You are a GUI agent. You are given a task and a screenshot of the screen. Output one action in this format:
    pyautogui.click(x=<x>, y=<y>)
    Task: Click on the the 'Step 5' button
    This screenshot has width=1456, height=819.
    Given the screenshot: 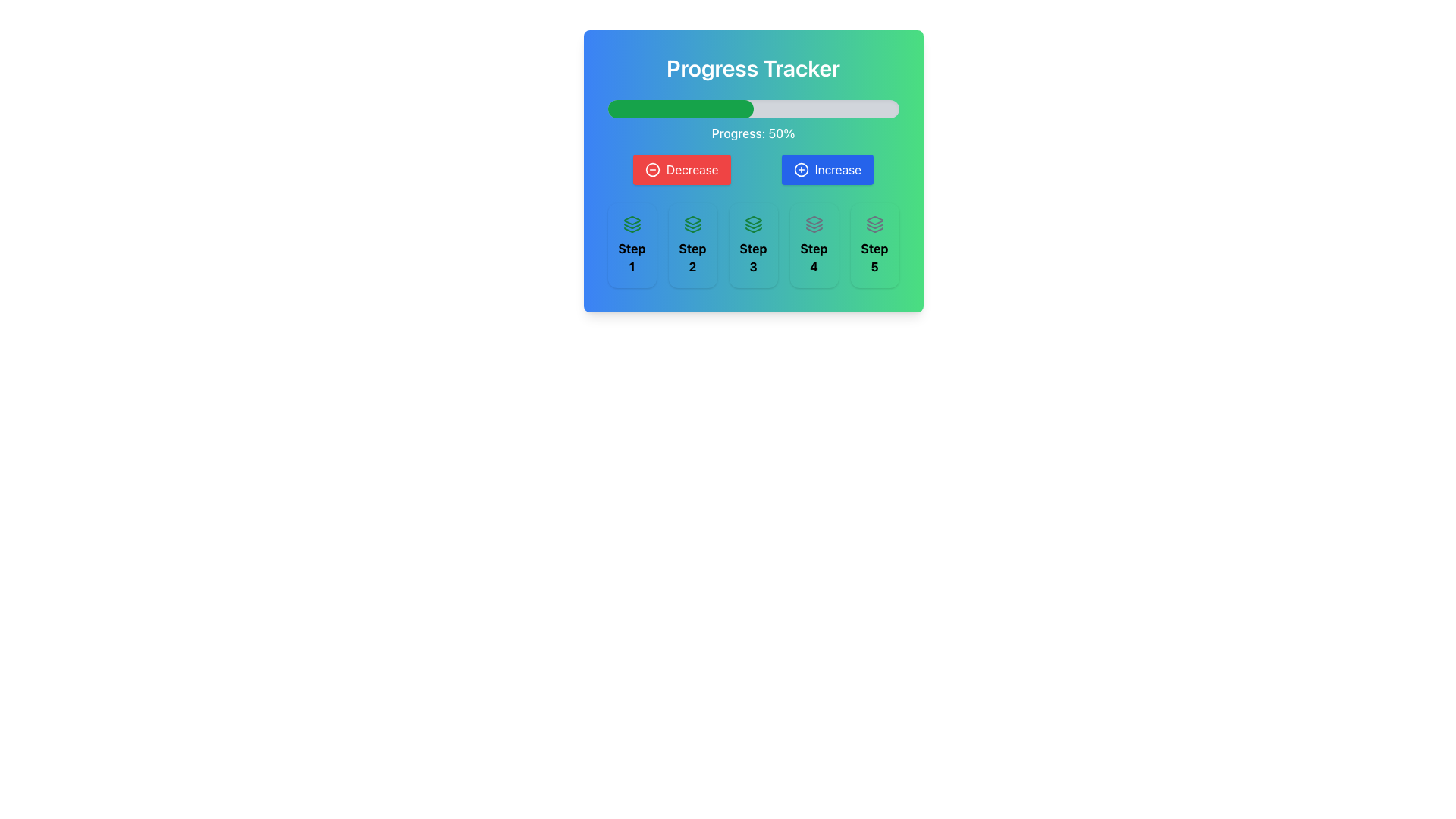 What is the action you would take?
    pyautogui.click(x=874, y=224)
    